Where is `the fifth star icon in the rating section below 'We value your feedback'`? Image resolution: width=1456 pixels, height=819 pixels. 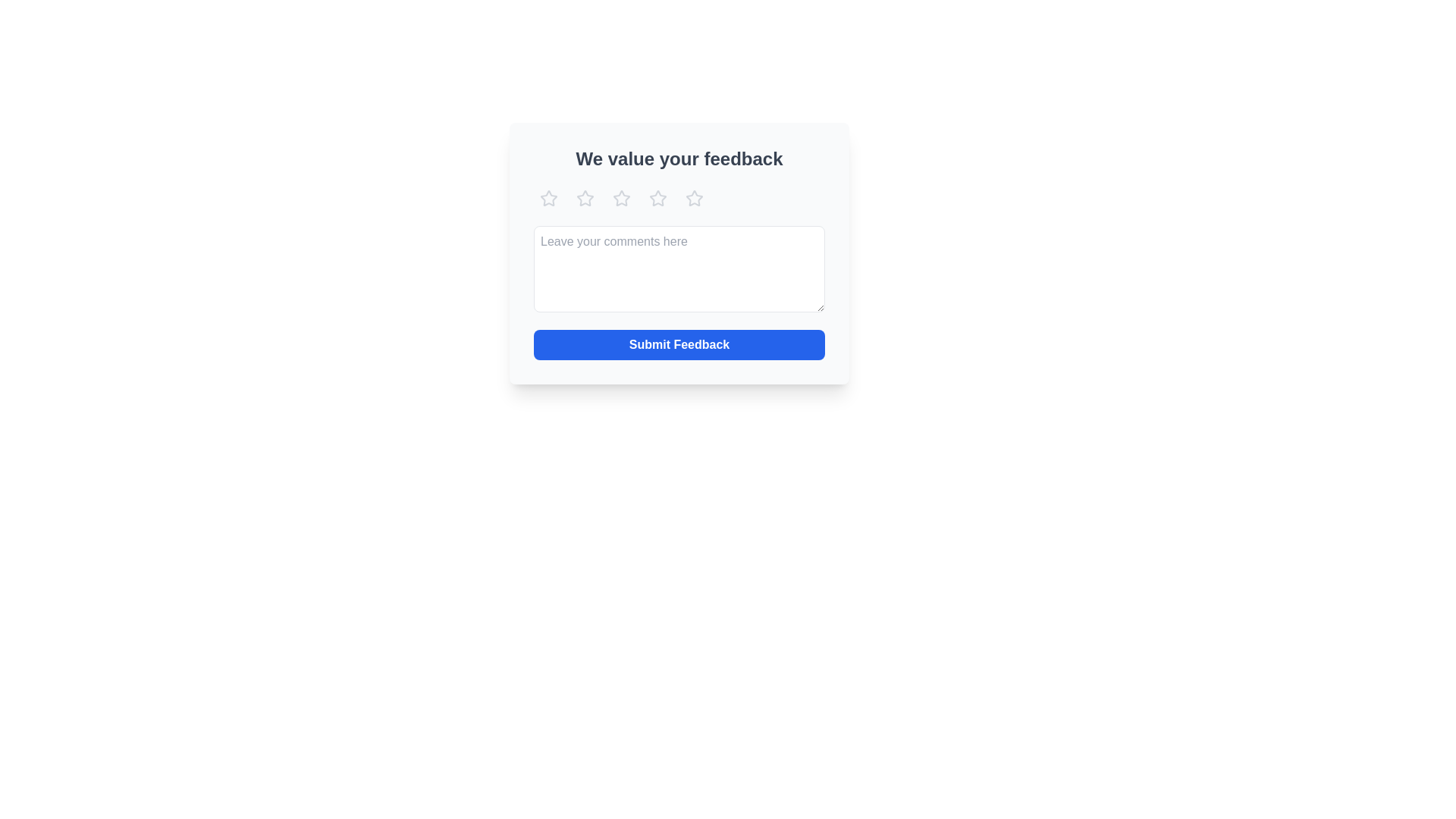 the fifth star icon in the rating section below 'We value your feedback' is located at coordinates (694, 198).